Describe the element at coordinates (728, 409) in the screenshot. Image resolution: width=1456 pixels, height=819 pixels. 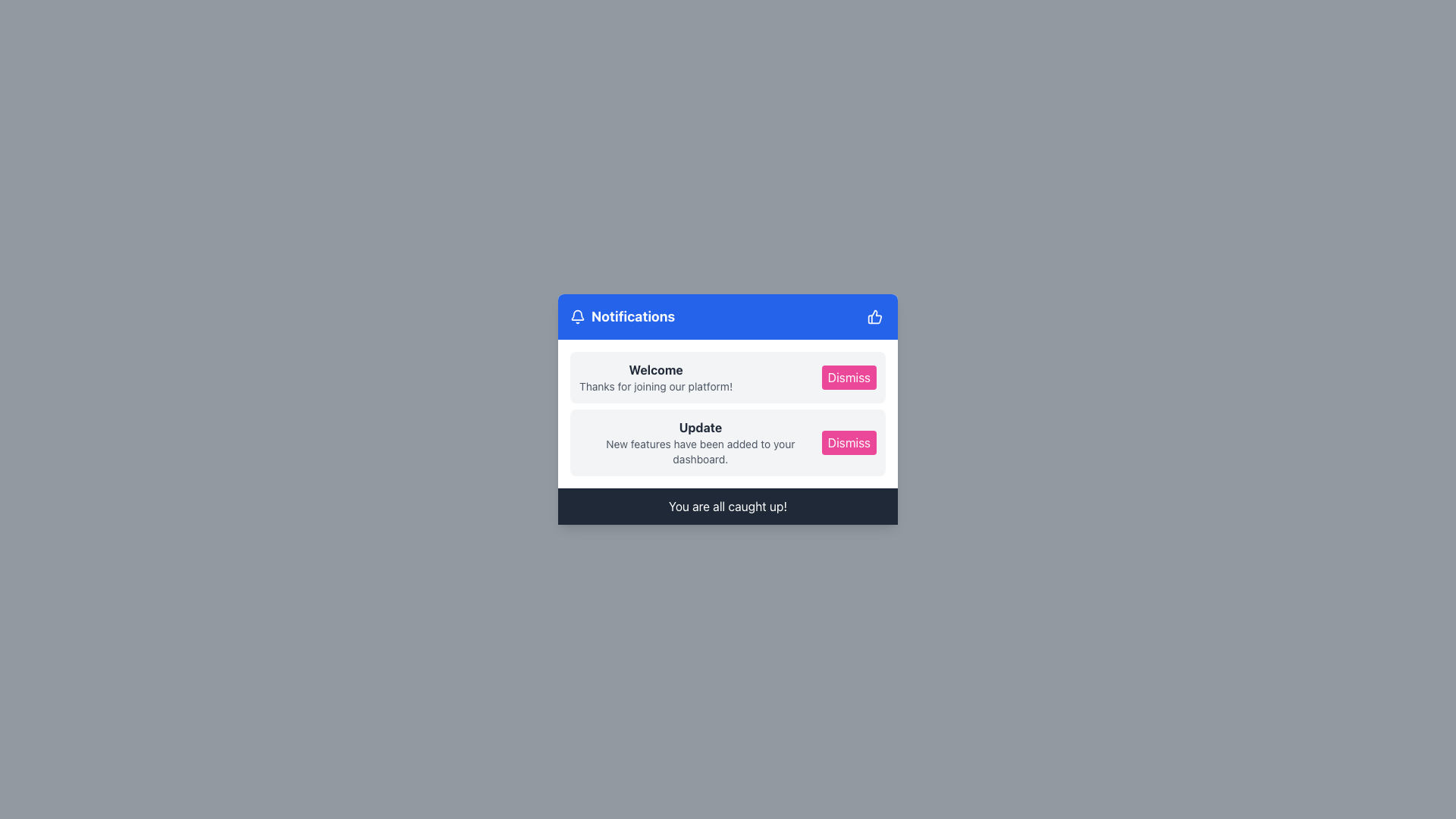
I see `the headings in the modal notification panel that displays notifications to the user` at that location.